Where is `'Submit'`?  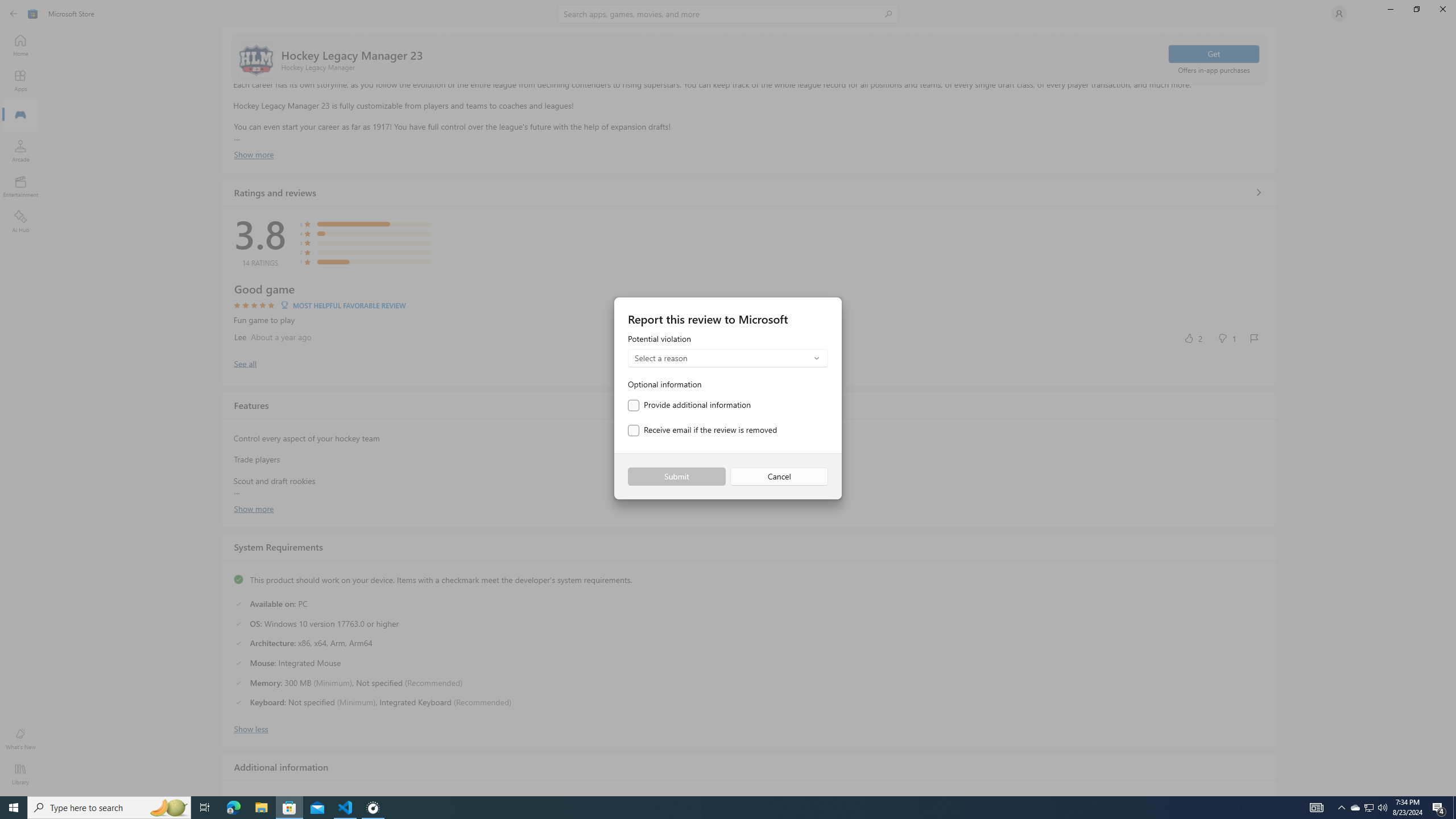 'Submit' is located at coordinates (676, 477).